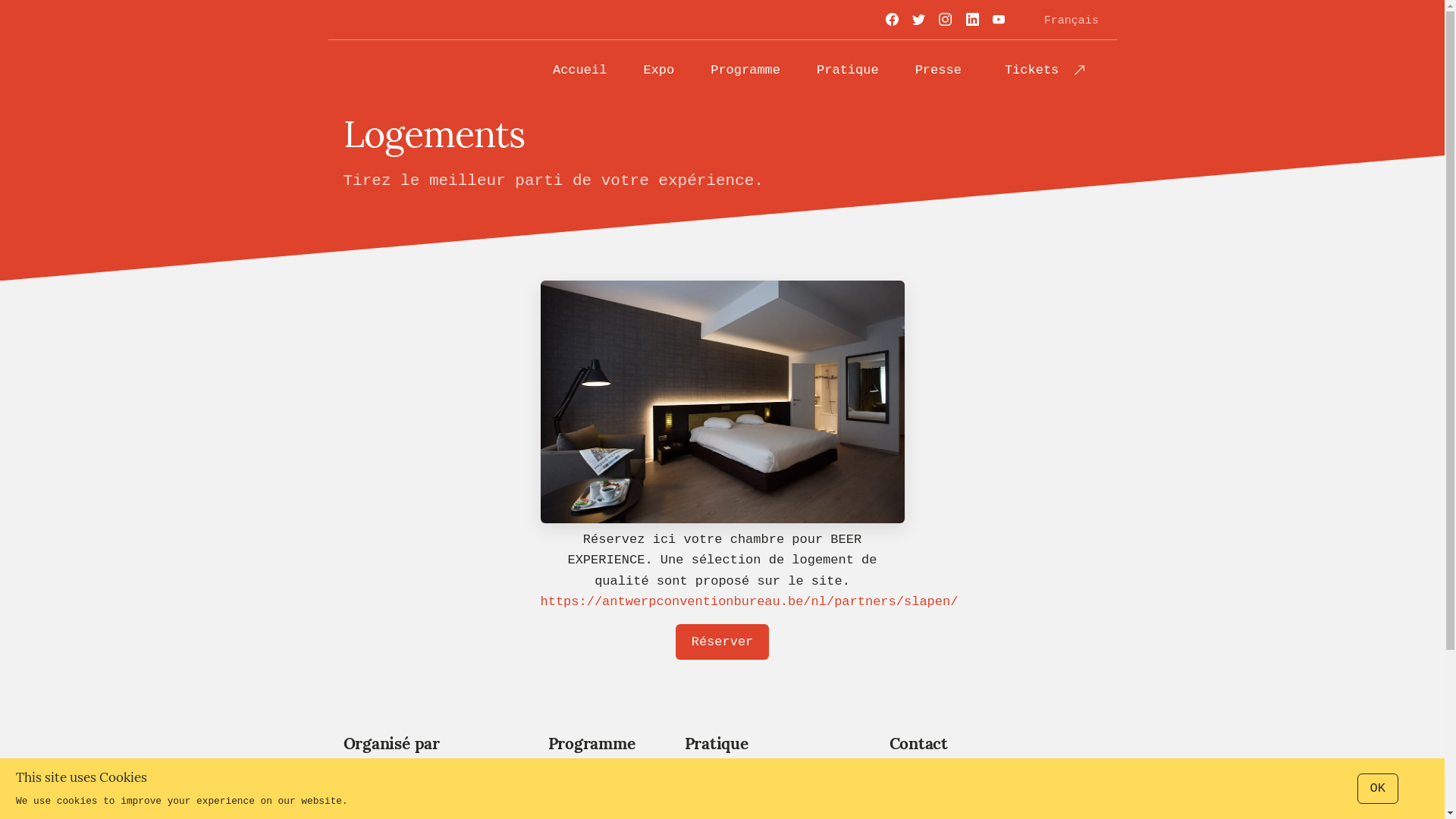 The height and width of the screenshot is (819, 1456). Describe the element at coordinates (585, 770) in the screenshot. I see `'Networking'` at that location.